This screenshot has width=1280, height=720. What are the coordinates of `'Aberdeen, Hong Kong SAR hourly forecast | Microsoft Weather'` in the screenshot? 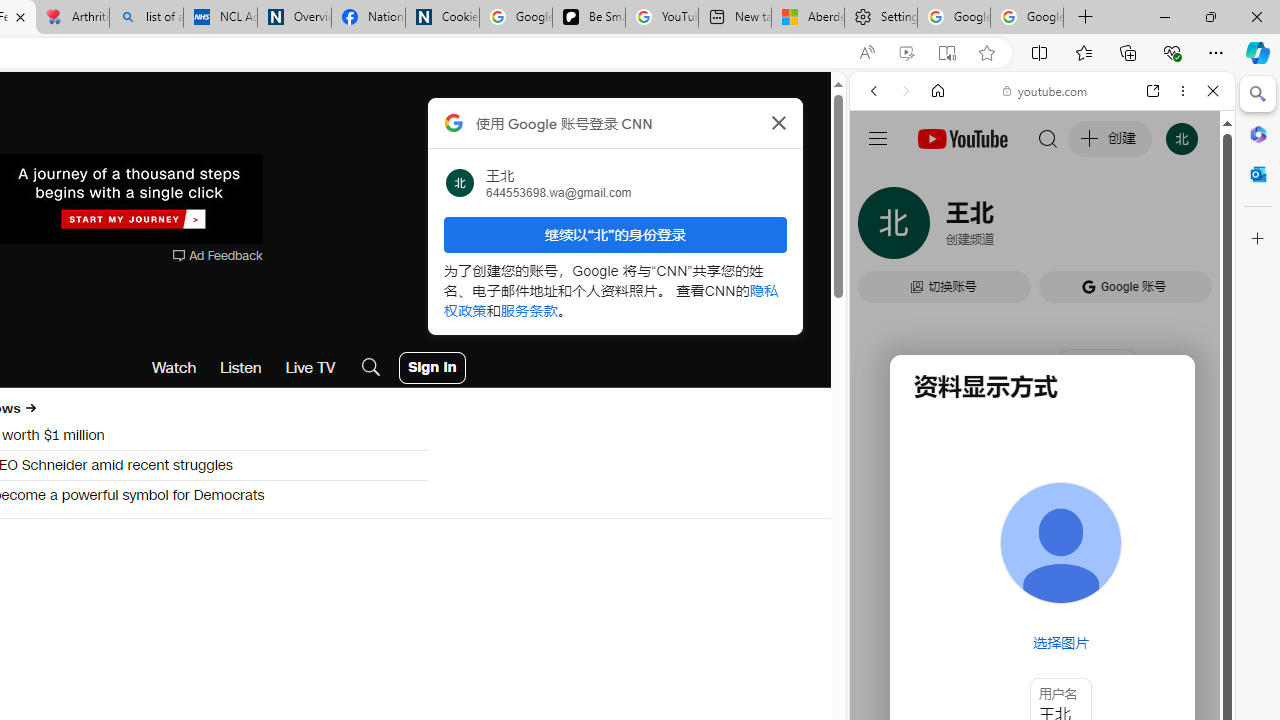 It's located at (807, 17).